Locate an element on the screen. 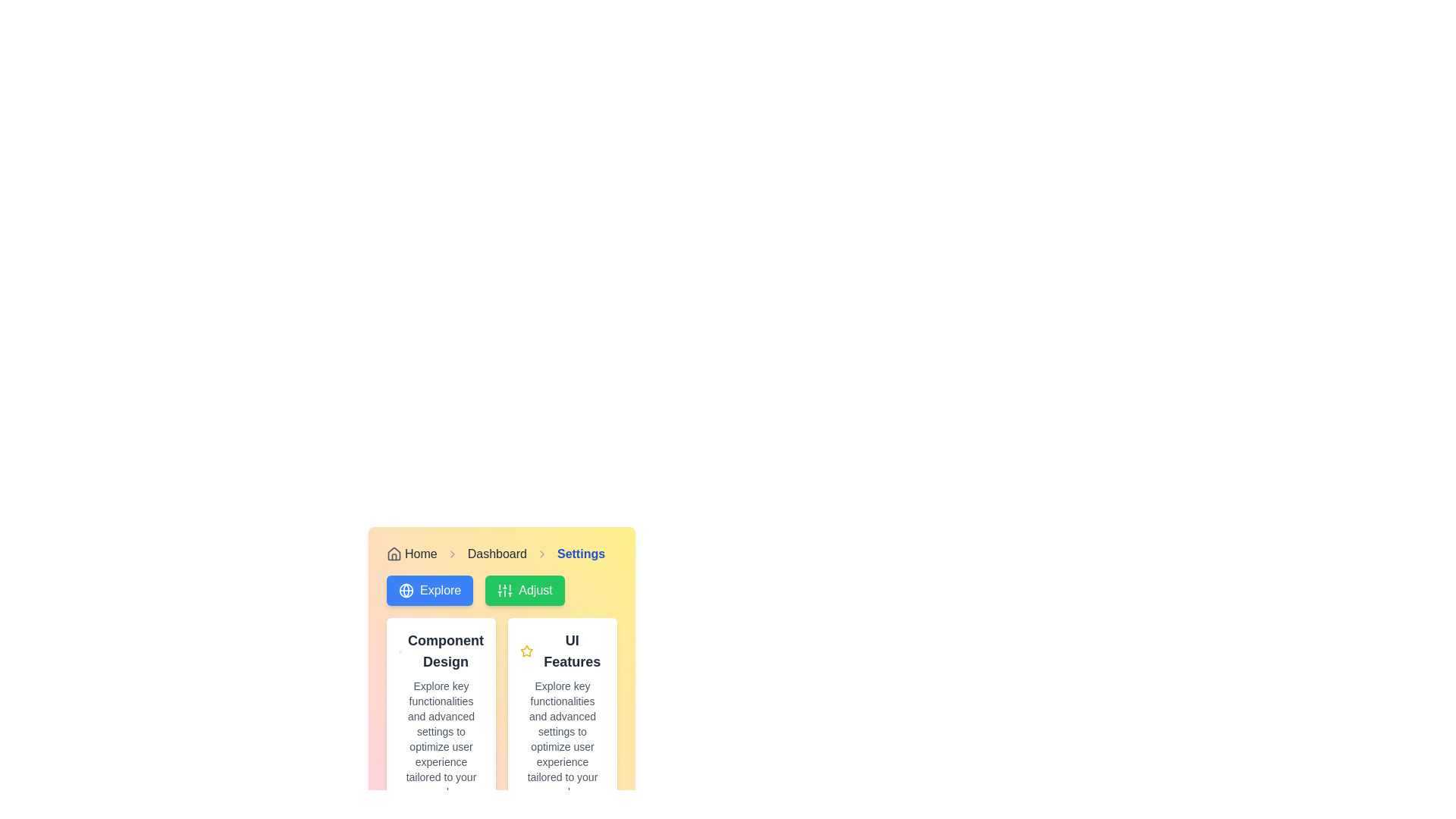 The width and height of the screenshot is (1456, 819). the descriptive text element that details the various functions and adjustable settings for optimizing user experiences, located beneath the title 'Component Design' and above the 'Learn More' button is located at coordinates (440, 739).